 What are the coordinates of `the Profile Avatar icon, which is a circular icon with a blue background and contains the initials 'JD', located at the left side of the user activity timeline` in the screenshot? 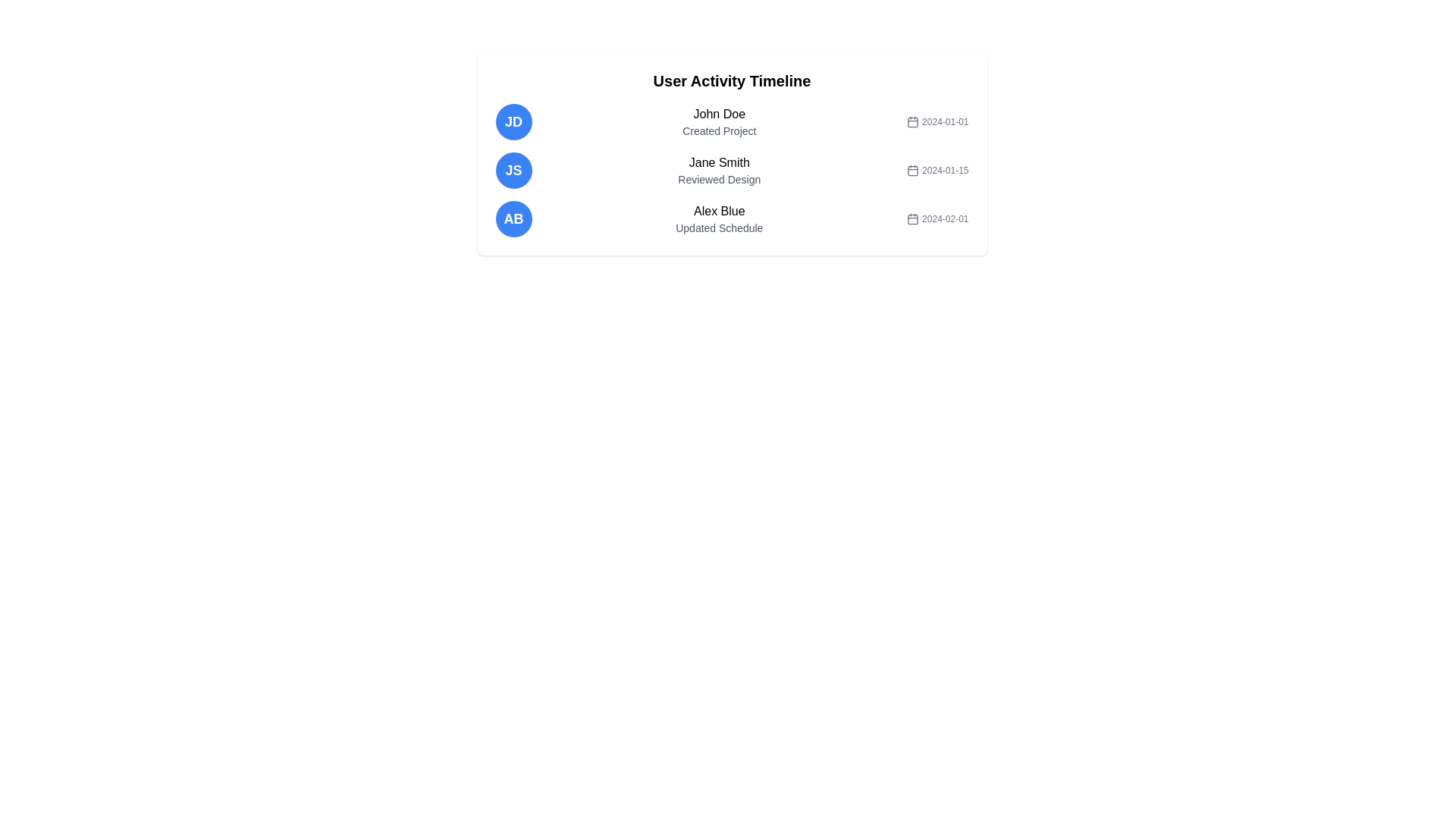 It's located at (513, 121).